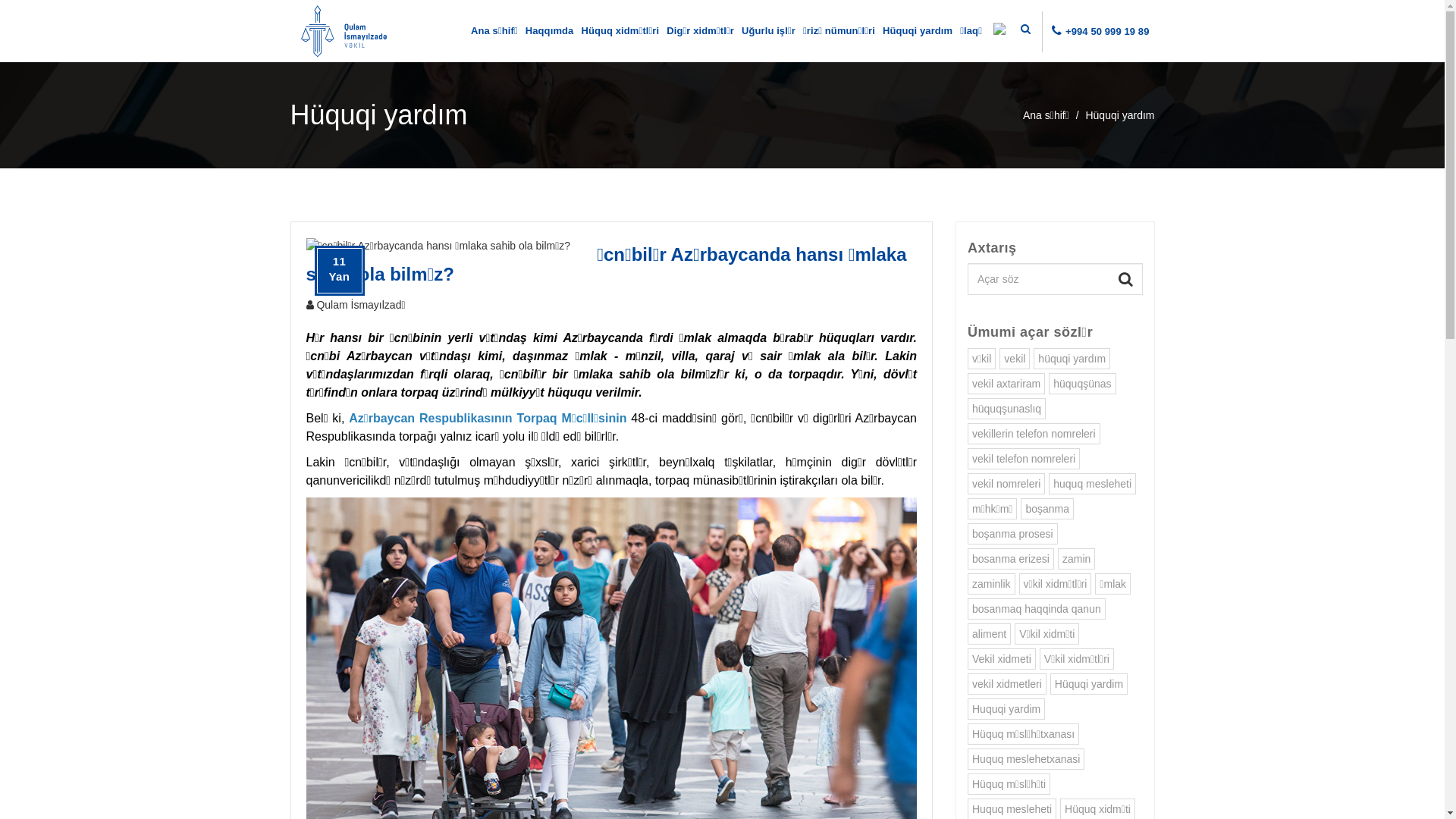 This screenshot has height=819, width=1456. What do you see at coordinates (1107, 31) in the screenshot?
I see `'+994 50 999 19 89'` at bounding box center [1107, 31].